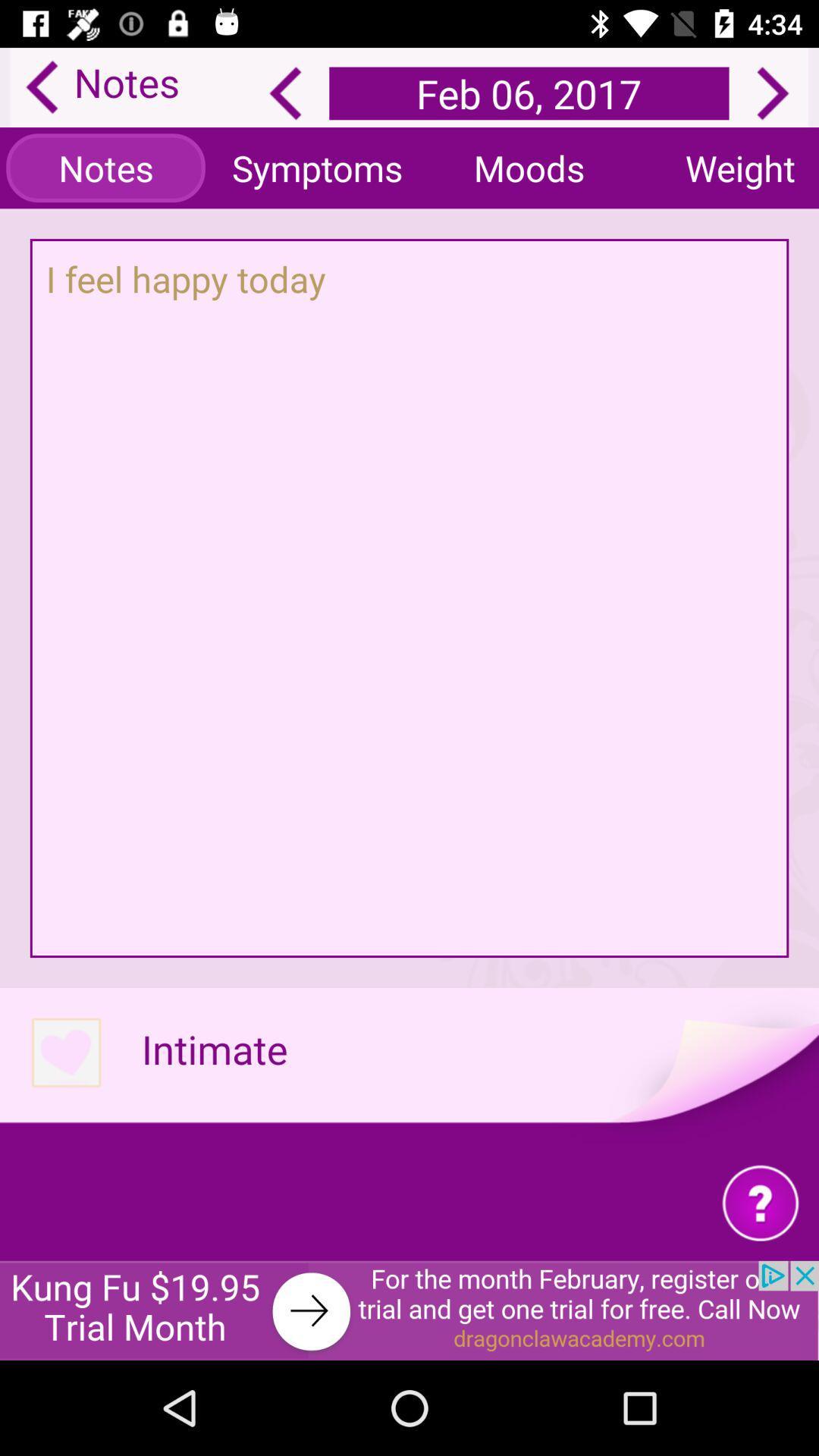 This screenshot has height=1456, width=819. Describe the element at coordinates (773, 93) in the screenshot. I see `move to next day` at that location.